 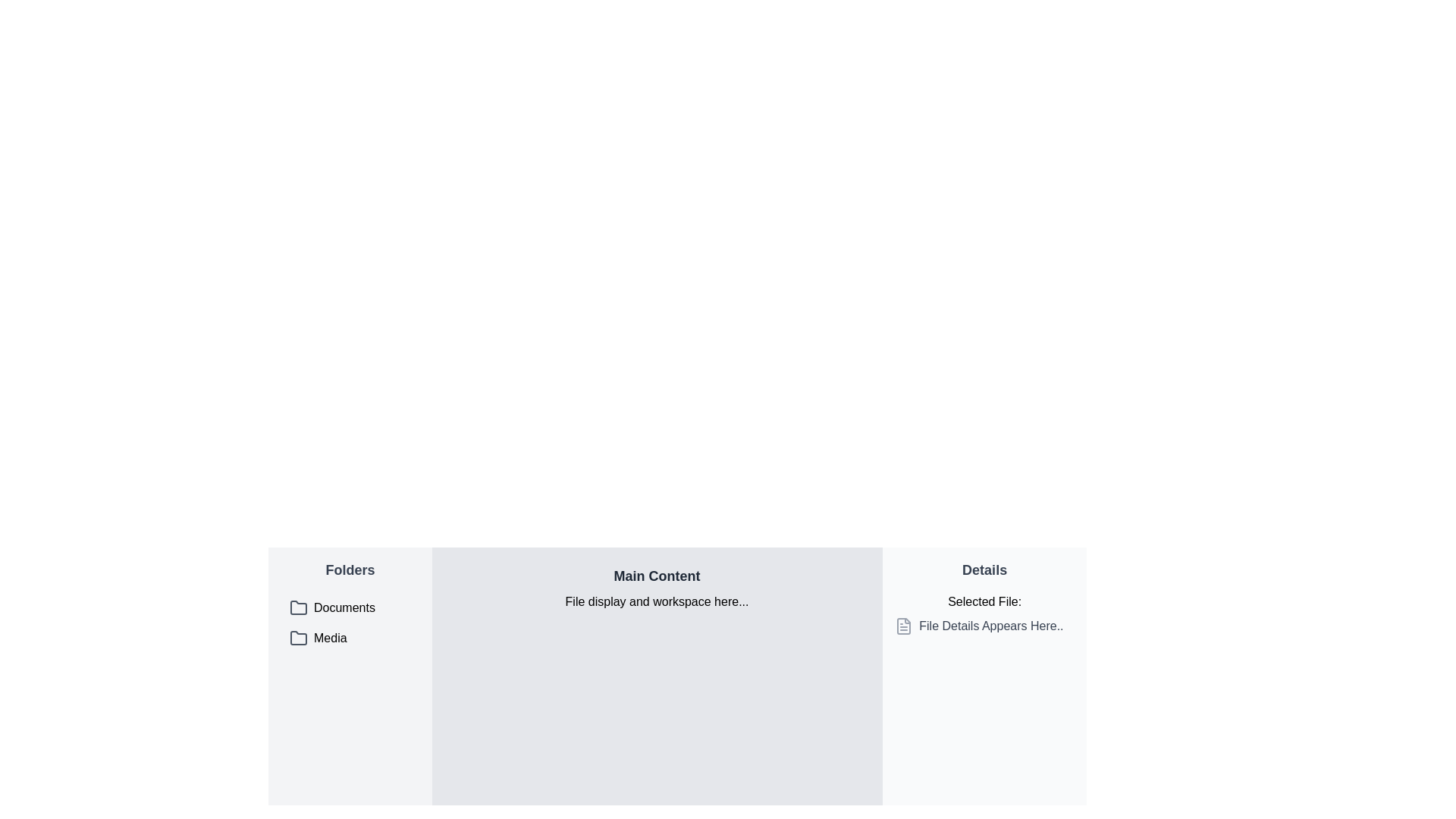 What do you see at coordinates (657, 601) in the screenshot?
I see `the Text Label that provides information about the primary display area, located centrally below the 'Main Content' heading` at bounding box center [657, 601].